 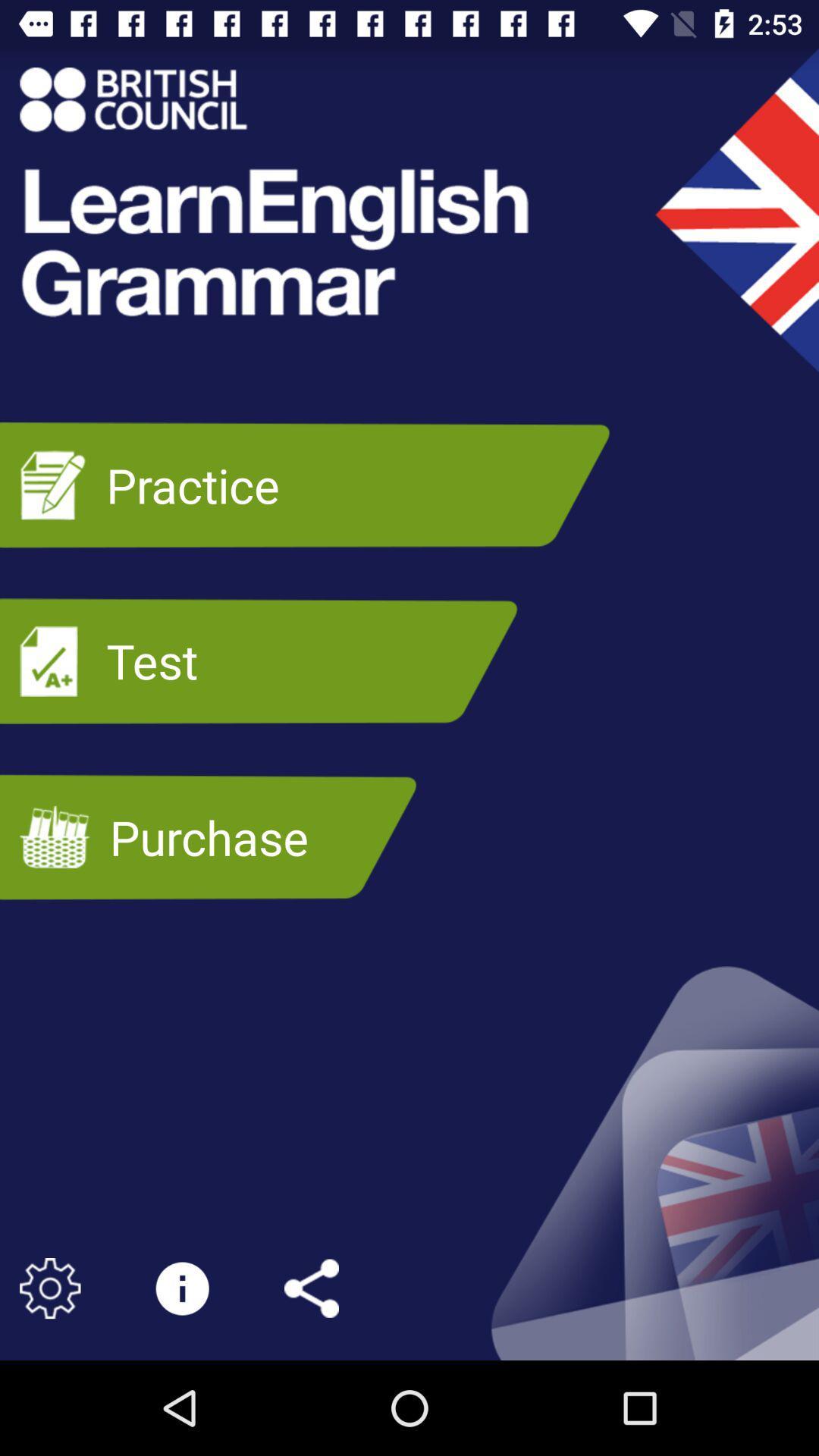 What do you see at coordinates (311, 1288) in the screenshot?
I see `the share icon` at bounding box center [311, 1288].